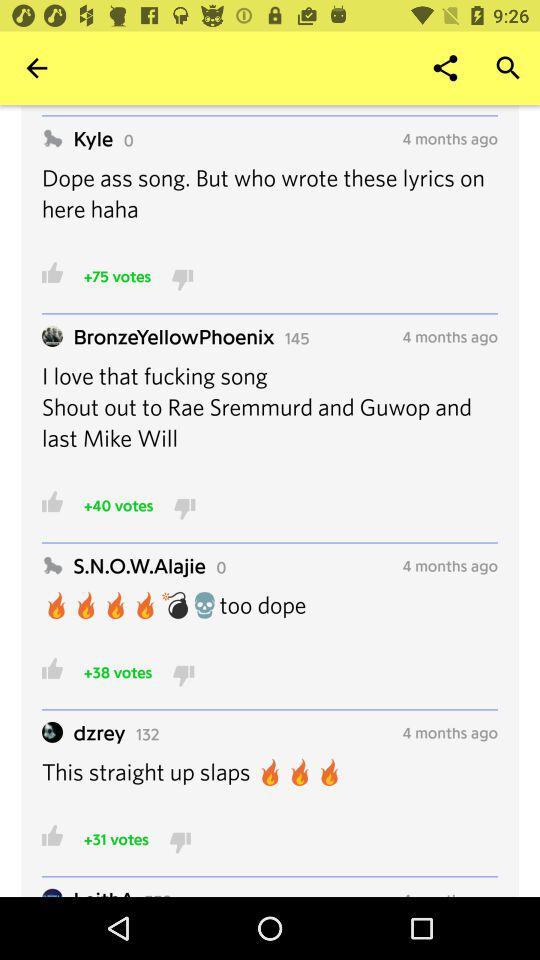 The height and width of the screenshot is (960, 540). What do you see at coordinates (270, 418) in the screenshot?
I see `i love that item` at bounding box center [270, 418].